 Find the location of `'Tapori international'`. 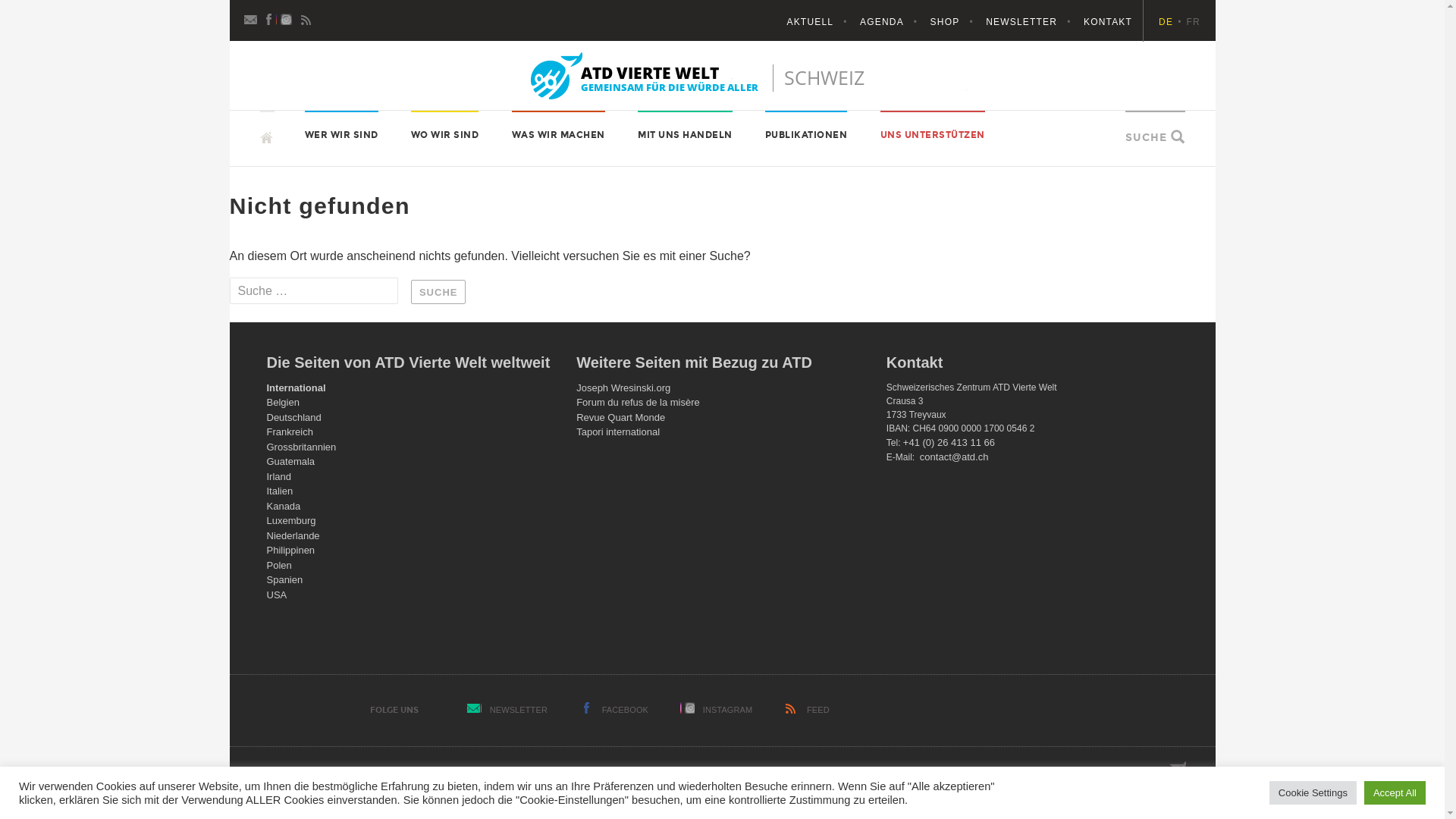

'Tapori international' is located at coordinates (618, 431).